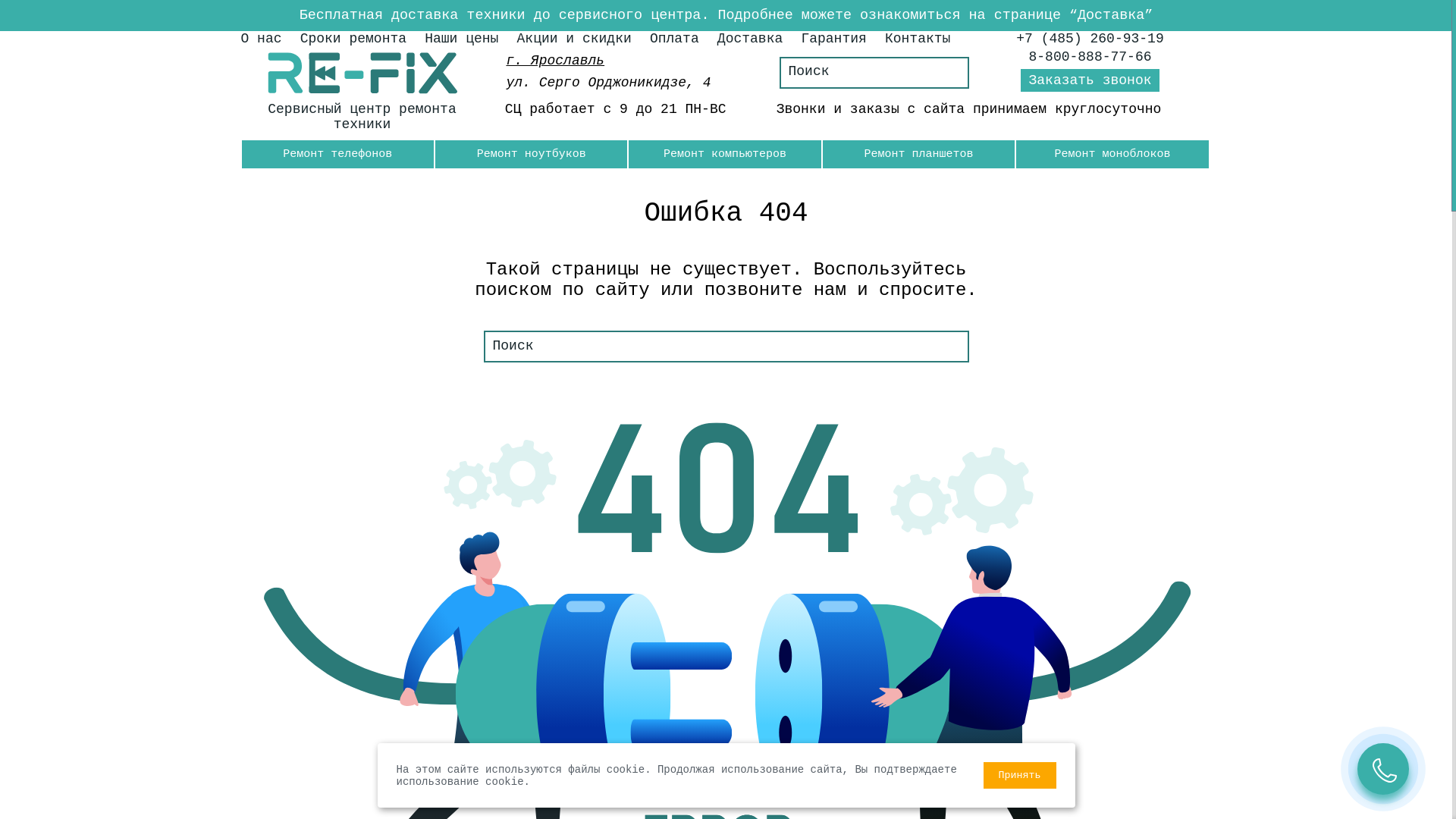 The height and width of the screenshot is (819, 1456). I want to click on '8-800-888-77-66', so click(1090, 55).